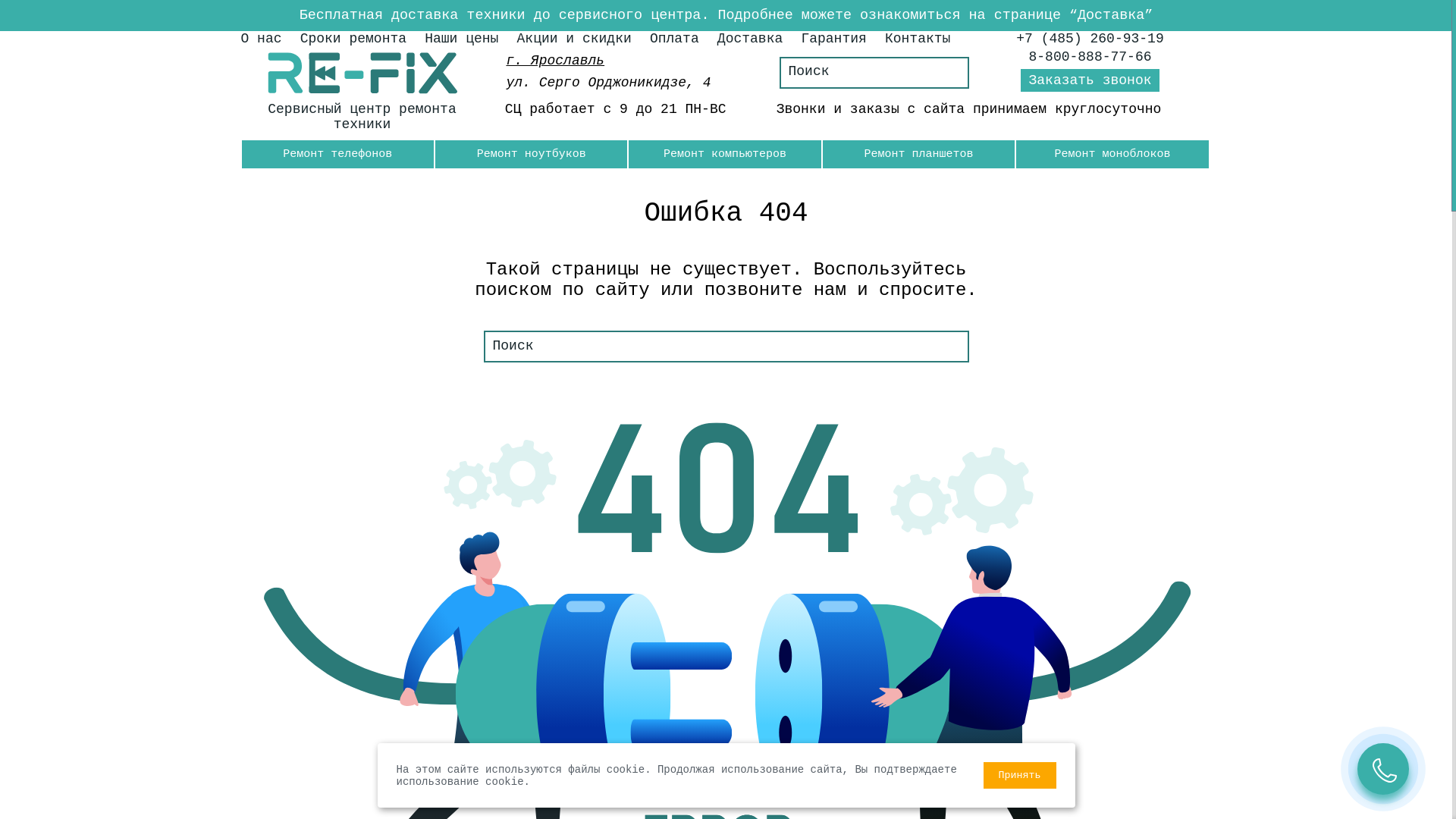 The height and width of the screenshot is (819, 1456). I want to click on '8-800-888-77-66', so click(1090, 55).